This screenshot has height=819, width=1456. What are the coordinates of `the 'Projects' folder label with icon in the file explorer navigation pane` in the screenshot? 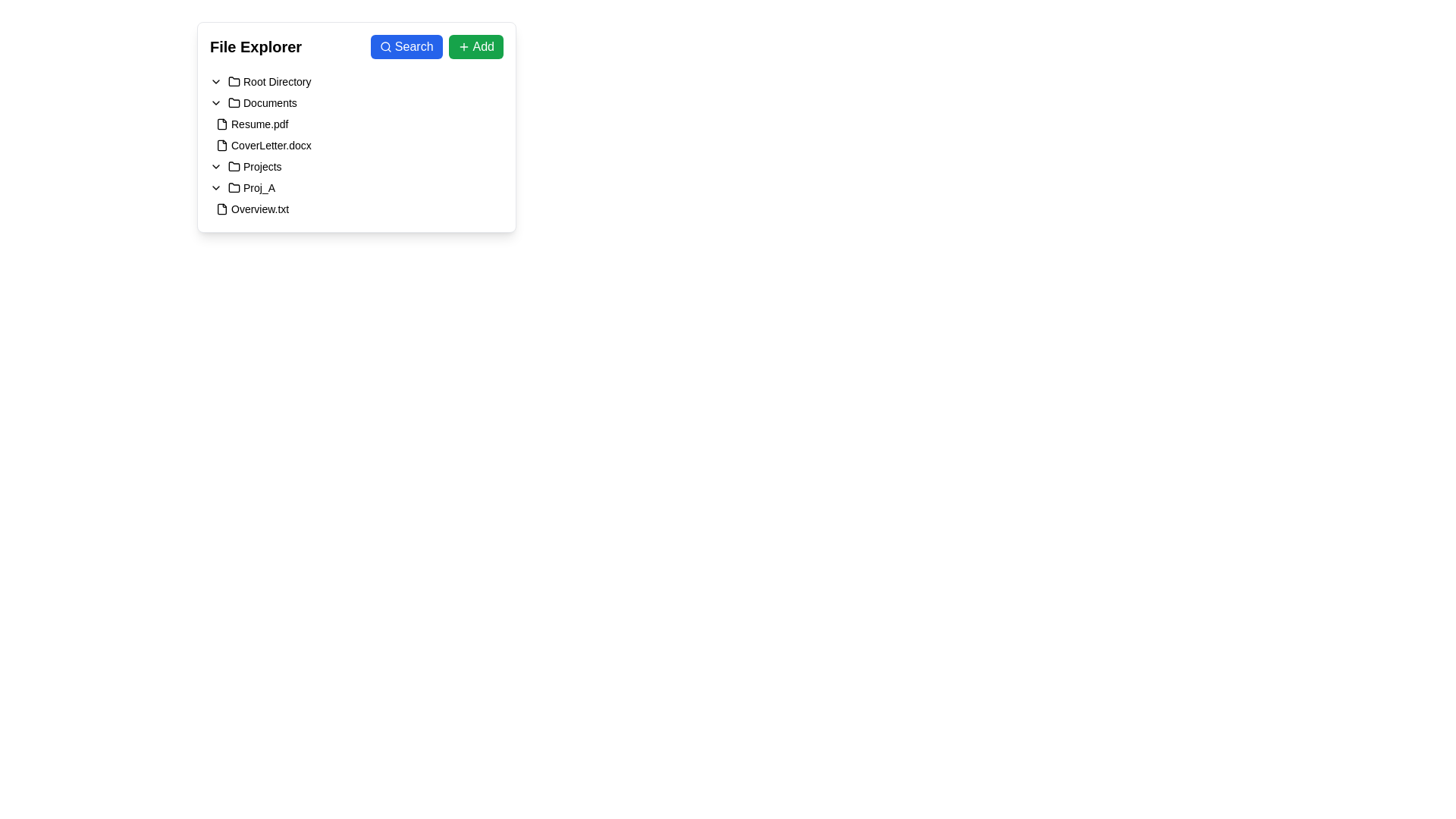 It's located at (255, 166).